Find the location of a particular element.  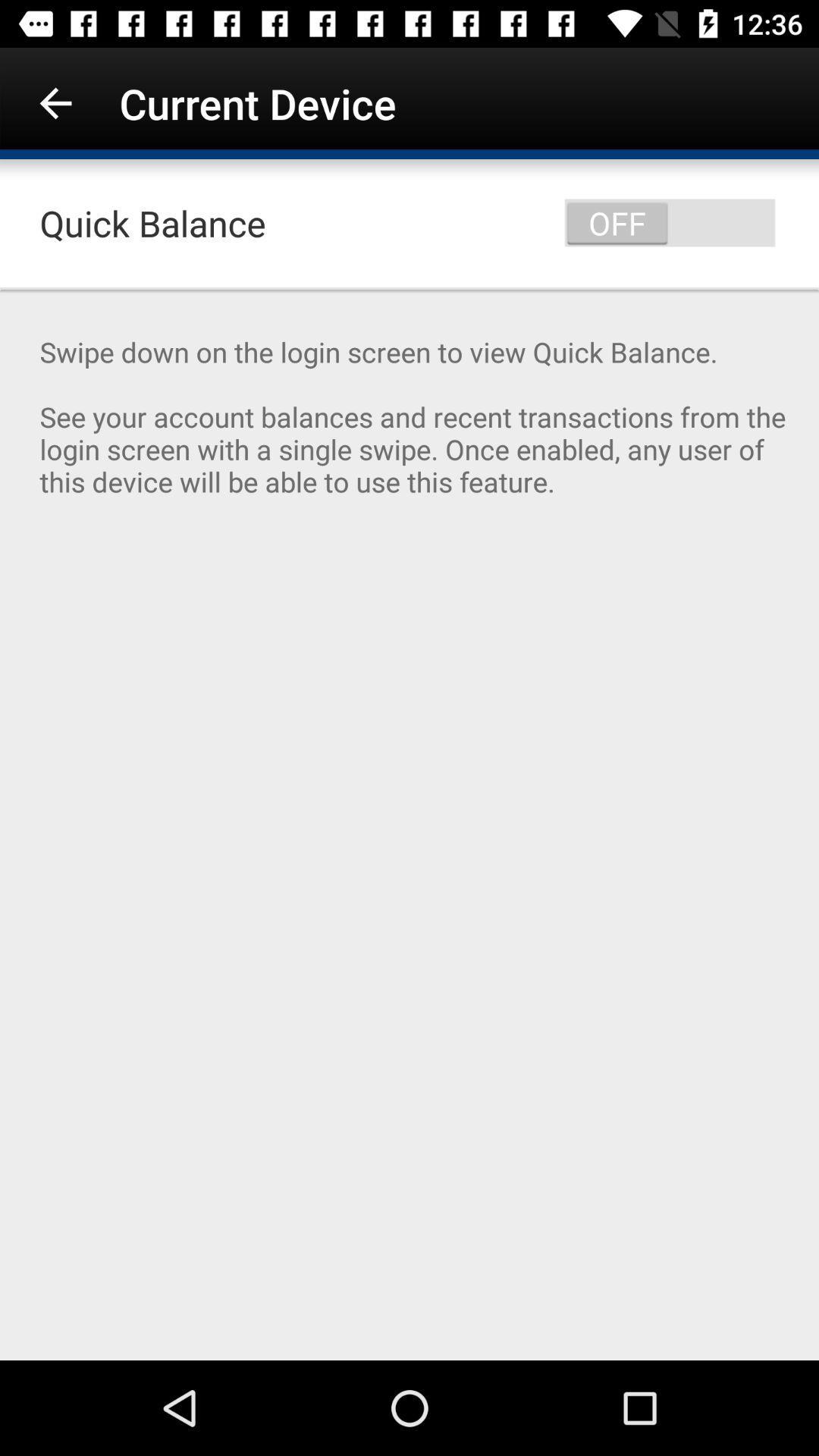

the item above the quick balance item is located at coordinates (55, 102).